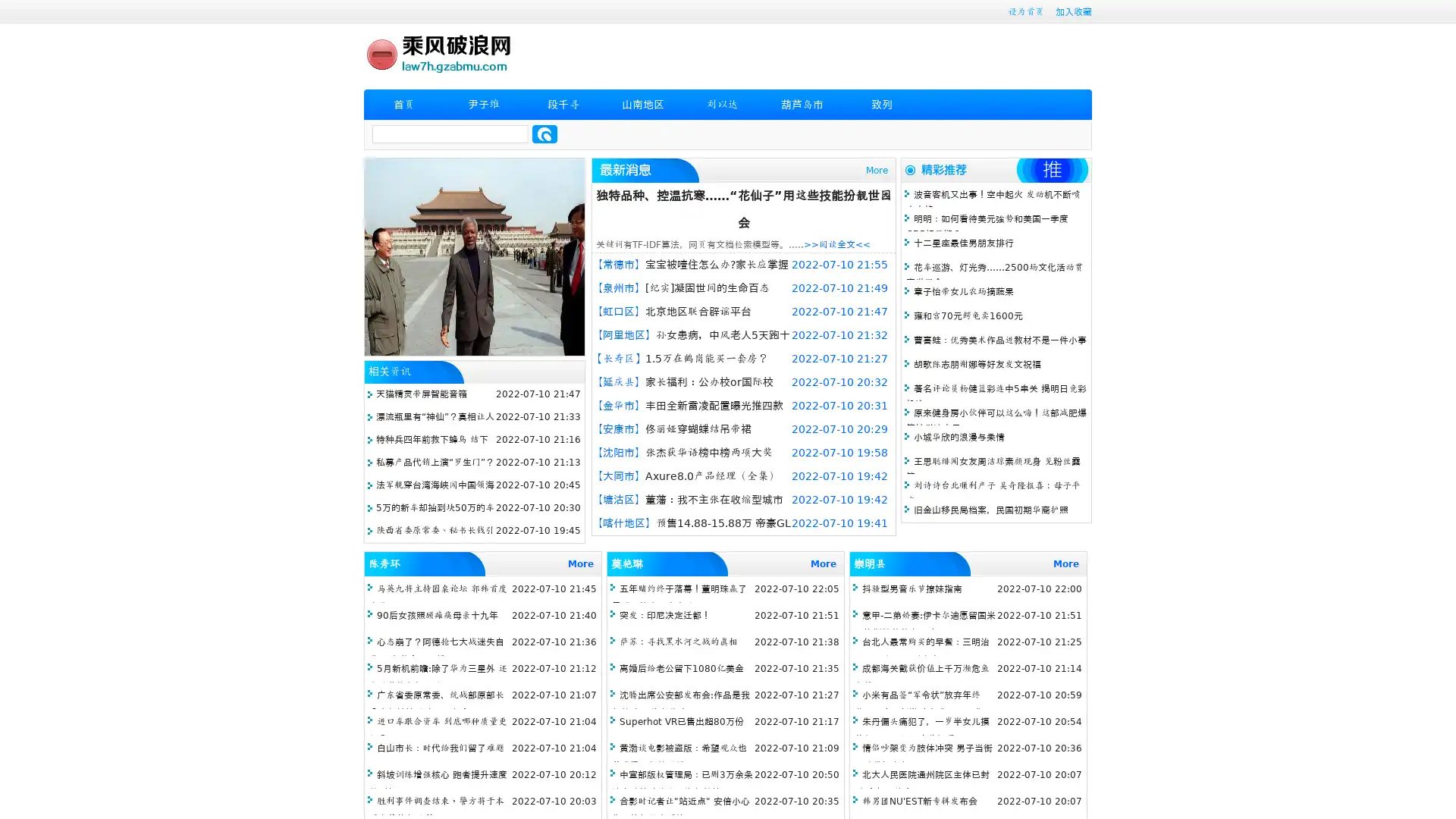 The image size is (1456, 819). I want to click on Search, so click(544, 133).